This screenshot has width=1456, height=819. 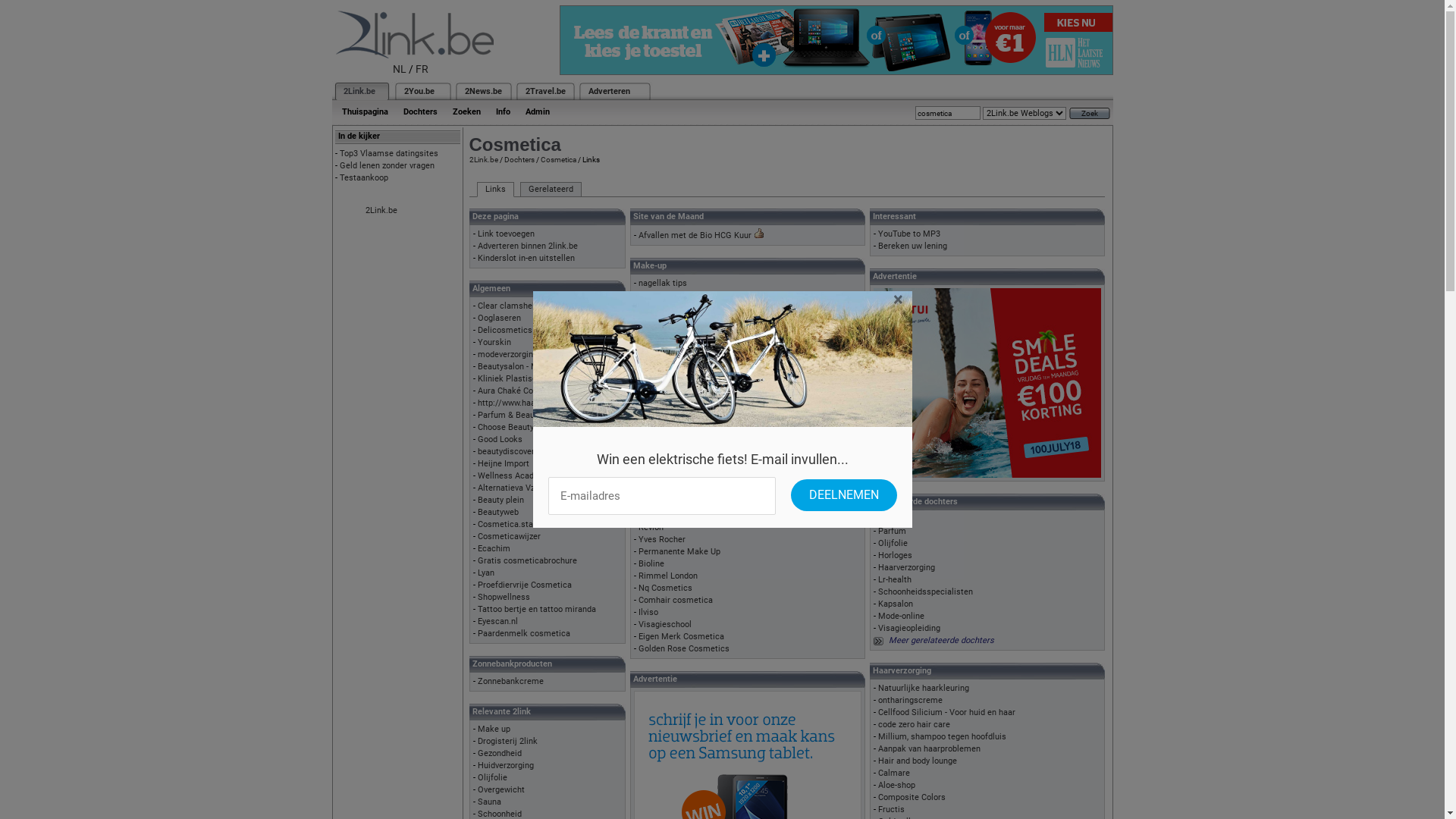 What do you see at coordinates (537, 608) in the screenshot?
I see `'Tattoo bertje en tattoo miranda'` at bounding box center [537, 608].